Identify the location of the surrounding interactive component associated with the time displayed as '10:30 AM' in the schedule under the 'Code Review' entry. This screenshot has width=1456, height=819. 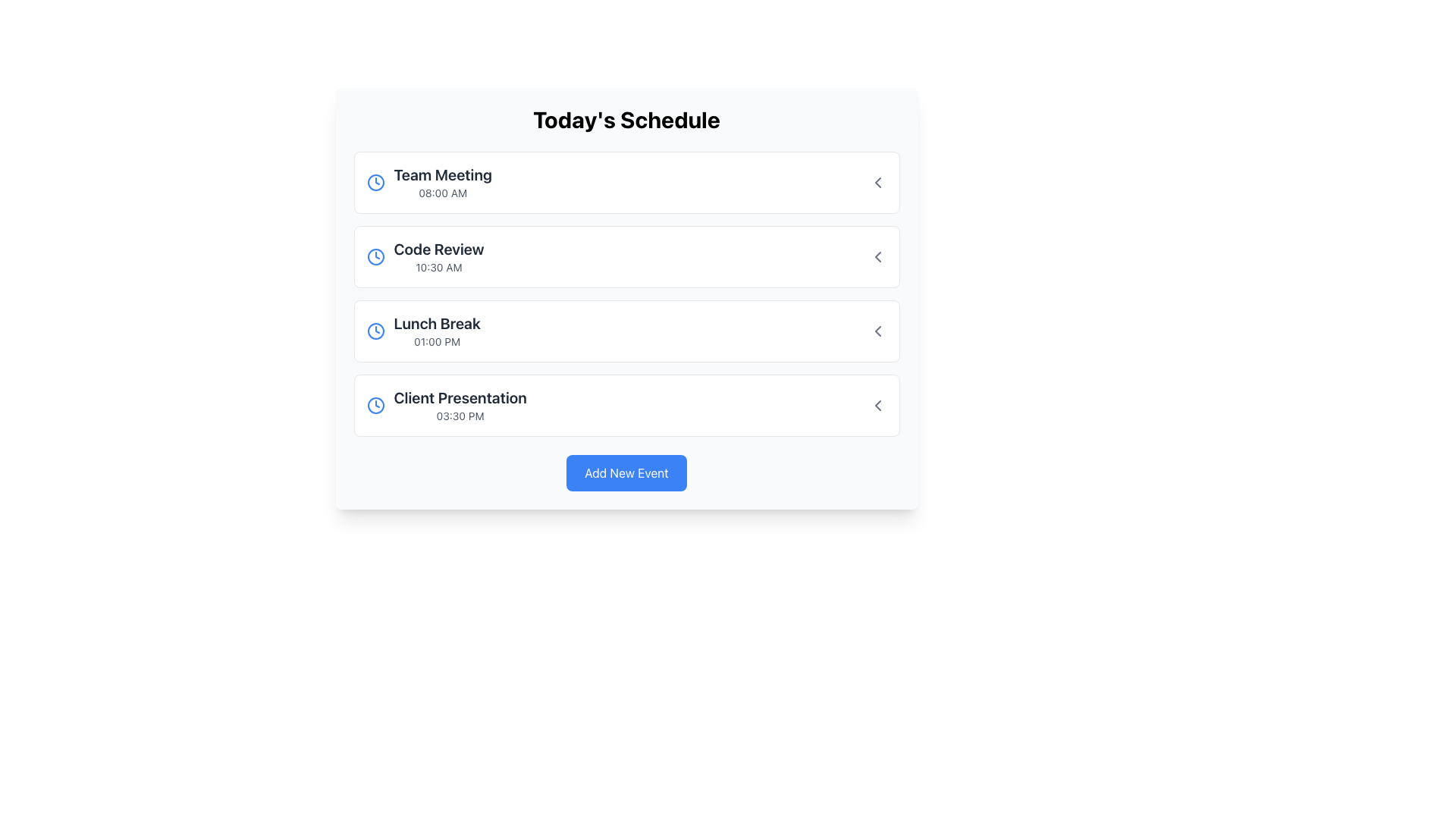
(438, 267).